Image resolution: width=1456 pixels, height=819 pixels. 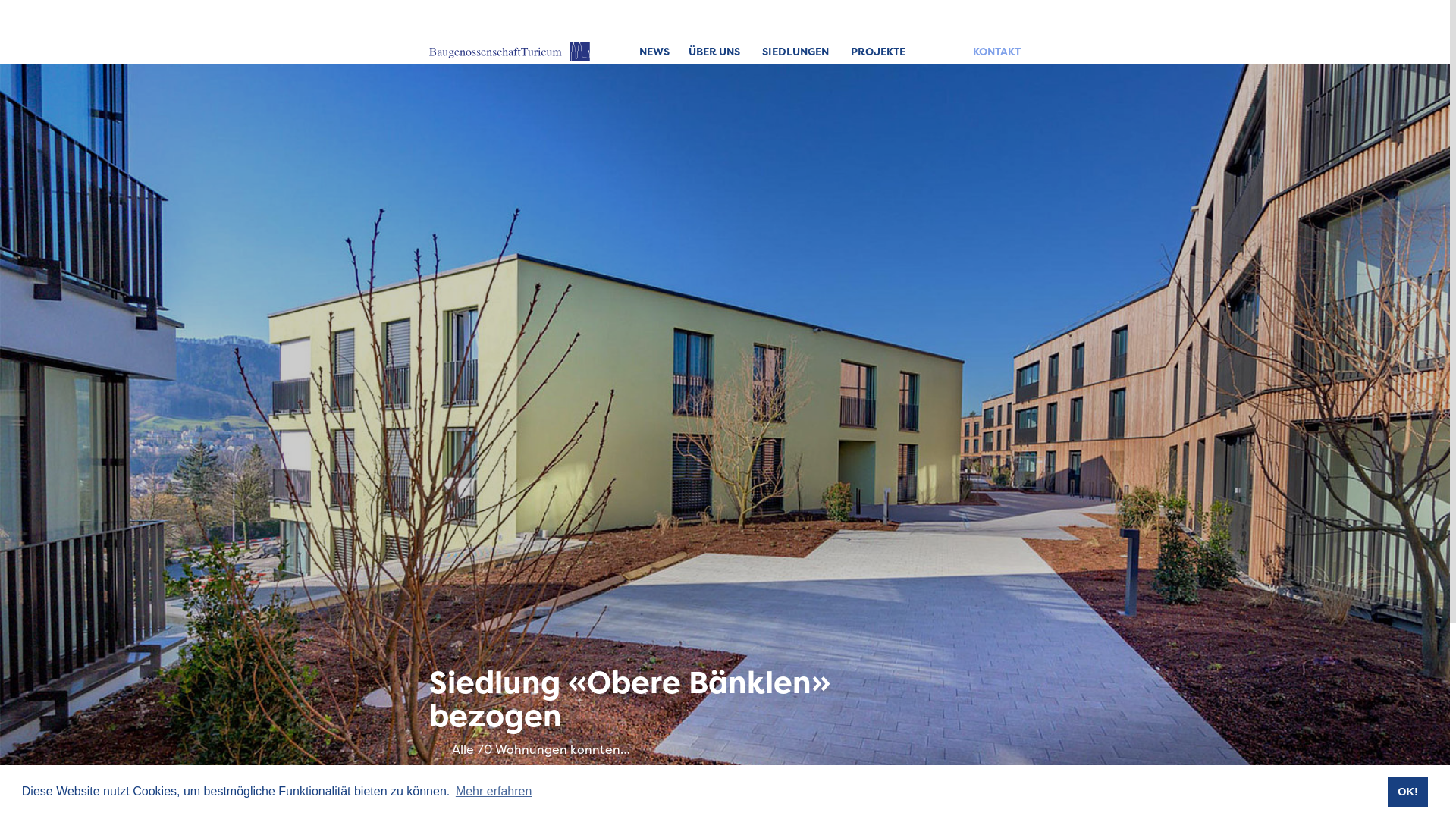 I want to click on 'PROJEKTE', so click(x=851, y=51).